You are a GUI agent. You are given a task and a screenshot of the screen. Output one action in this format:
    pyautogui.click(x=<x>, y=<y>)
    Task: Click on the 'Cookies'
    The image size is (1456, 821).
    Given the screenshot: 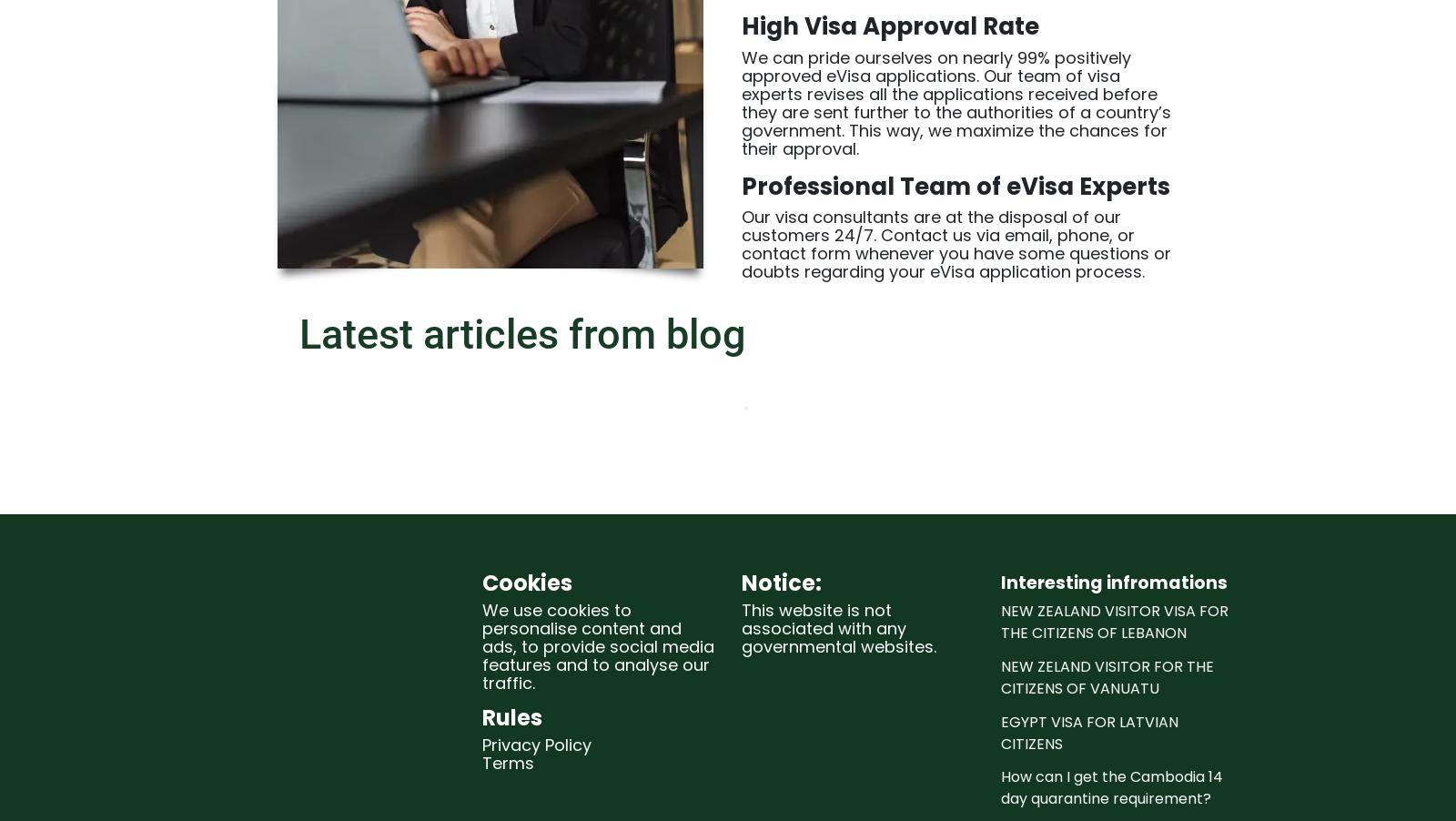 What is the action you would take?
    pyautogui.click(x=526, y=581)
    